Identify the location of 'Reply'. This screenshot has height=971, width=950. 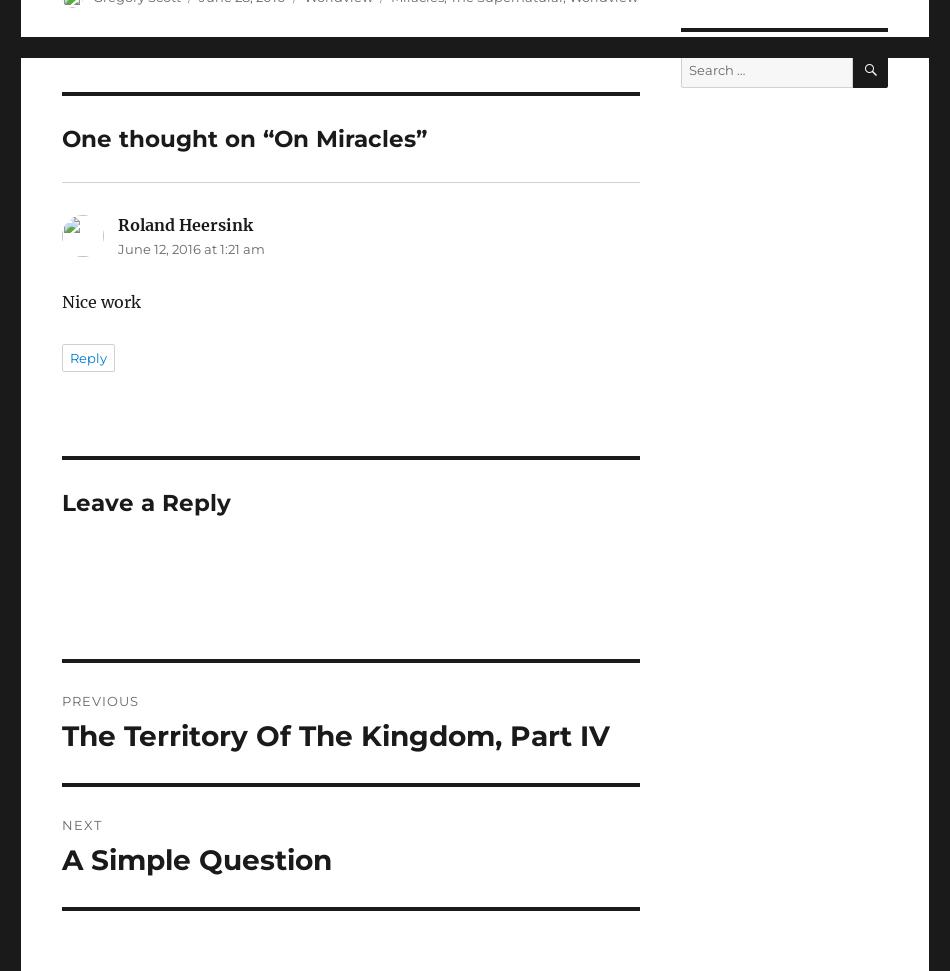
(88, 358).